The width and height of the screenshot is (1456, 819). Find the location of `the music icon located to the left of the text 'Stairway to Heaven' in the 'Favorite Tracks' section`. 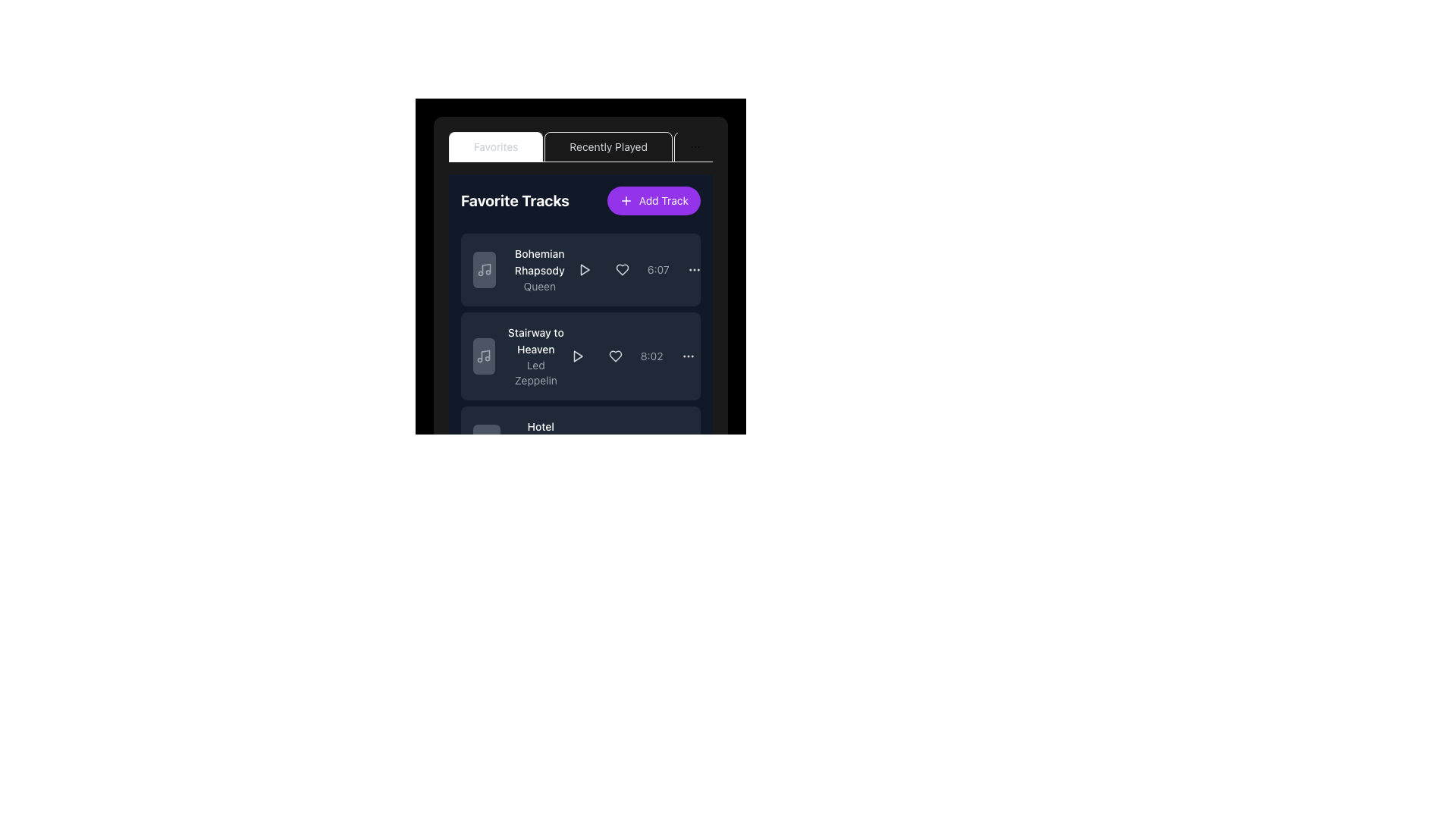

the music icon located to the left of the text 'Stairway to Heaven' in the 'Favorite Tracks' section is located at coordinates (483, 356).